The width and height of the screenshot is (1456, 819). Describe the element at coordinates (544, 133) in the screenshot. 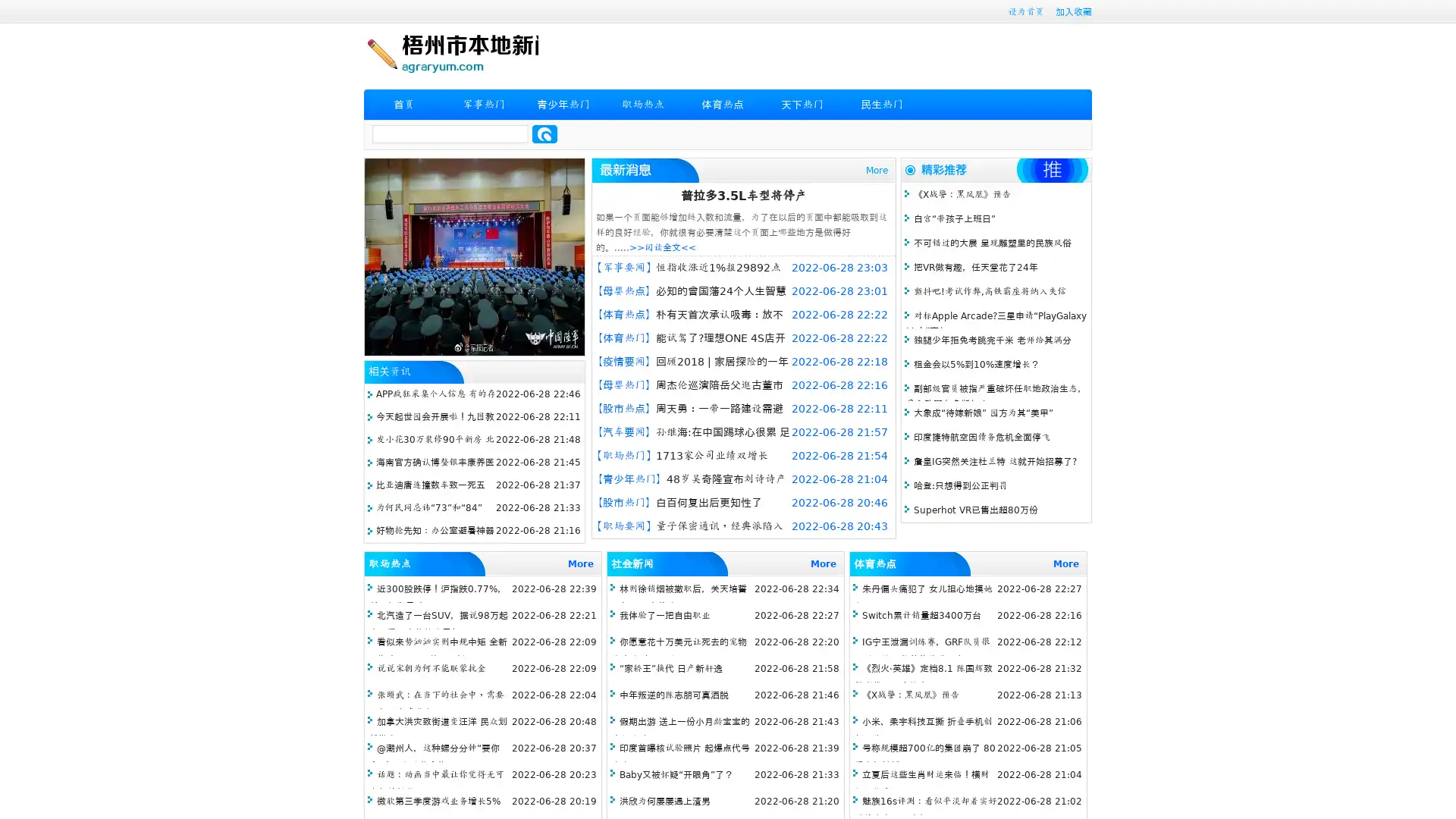

I see `Search` at that location.